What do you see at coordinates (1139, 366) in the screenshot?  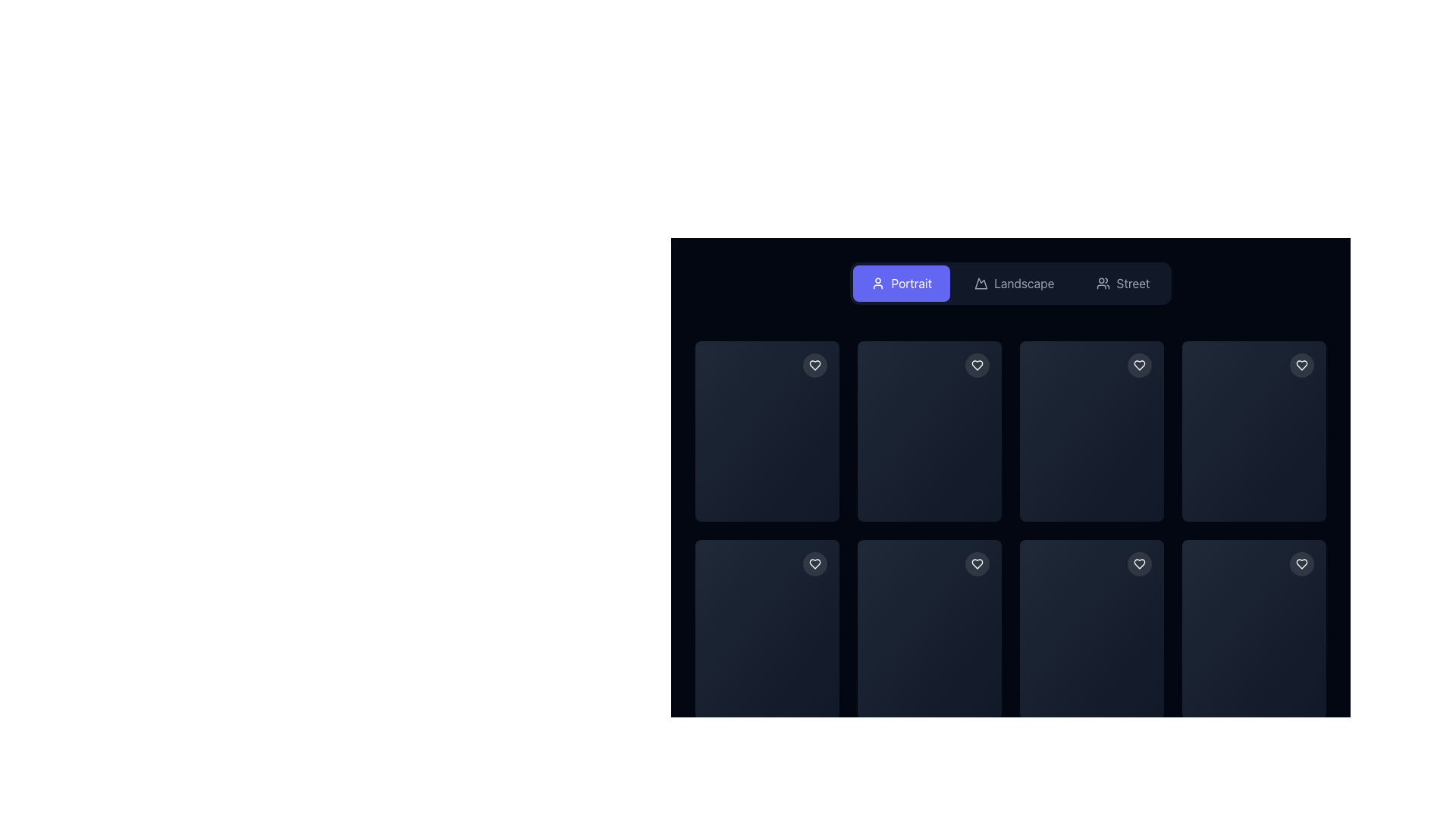 I see `the heart icon located` at bounding box center [1139, 366].